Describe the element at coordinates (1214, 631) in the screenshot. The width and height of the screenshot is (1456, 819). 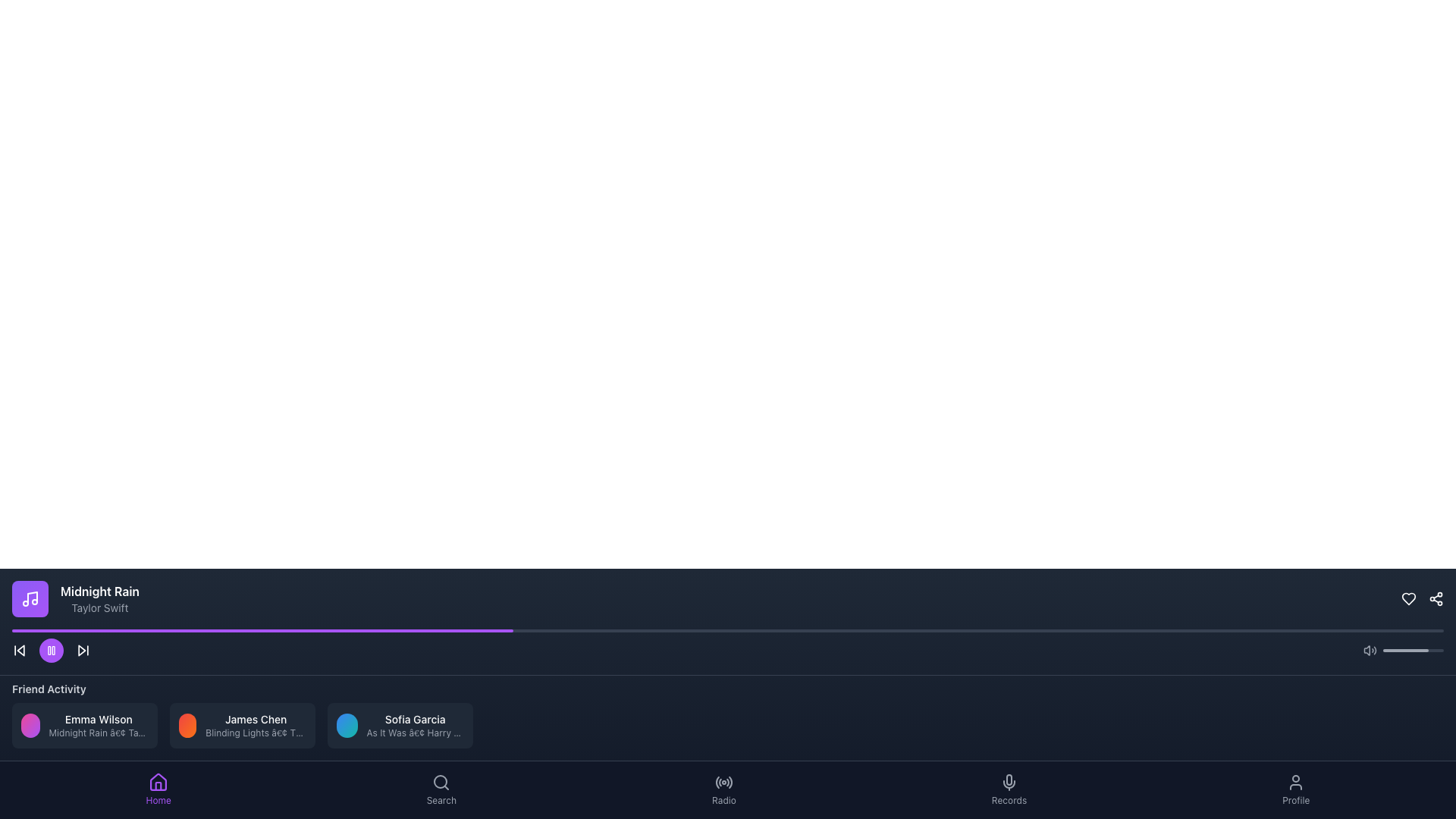
I see `the progress bar` at that location.